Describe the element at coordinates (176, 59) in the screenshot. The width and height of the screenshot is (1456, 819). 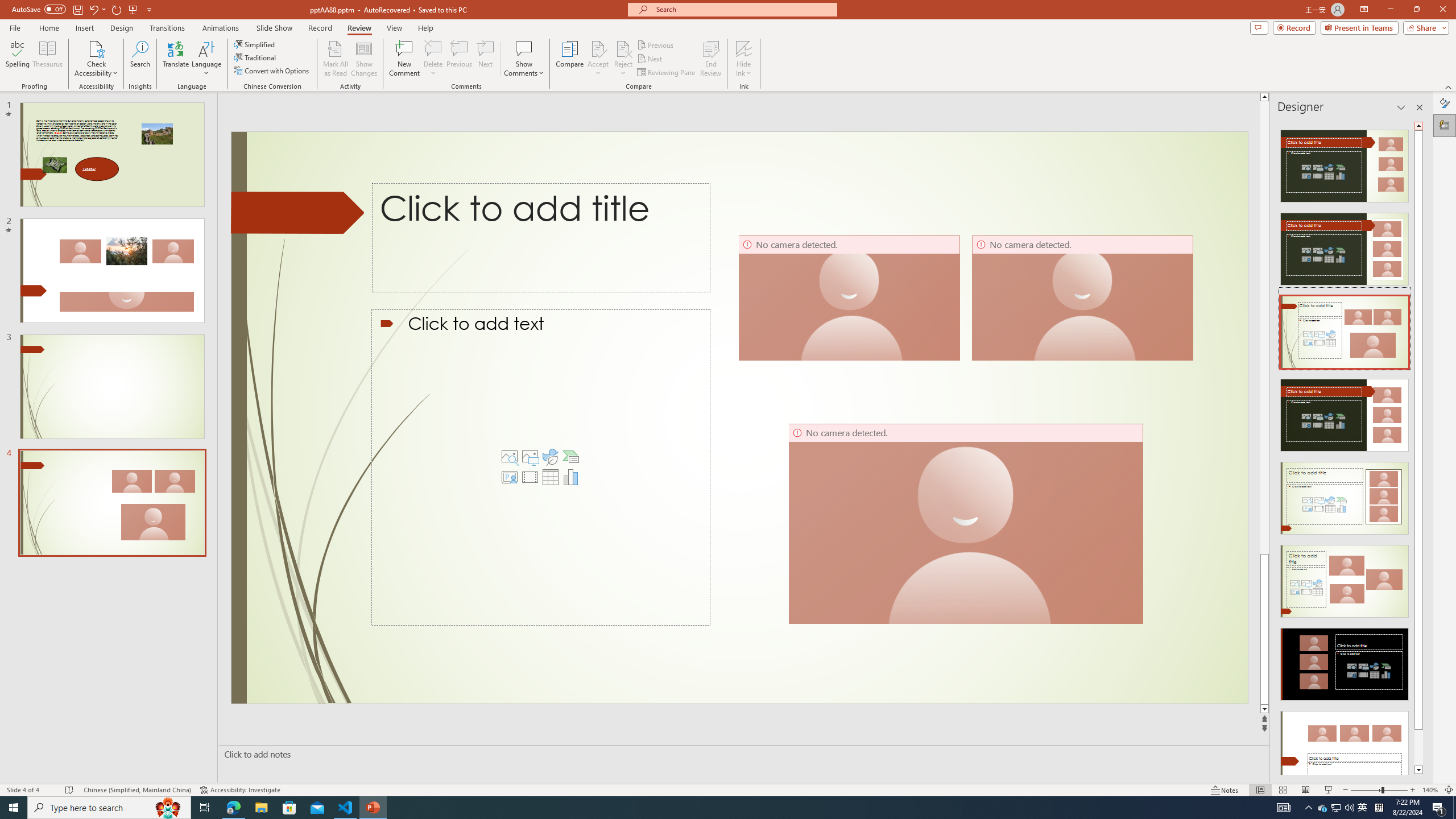
I see `'Translate'` at that location.